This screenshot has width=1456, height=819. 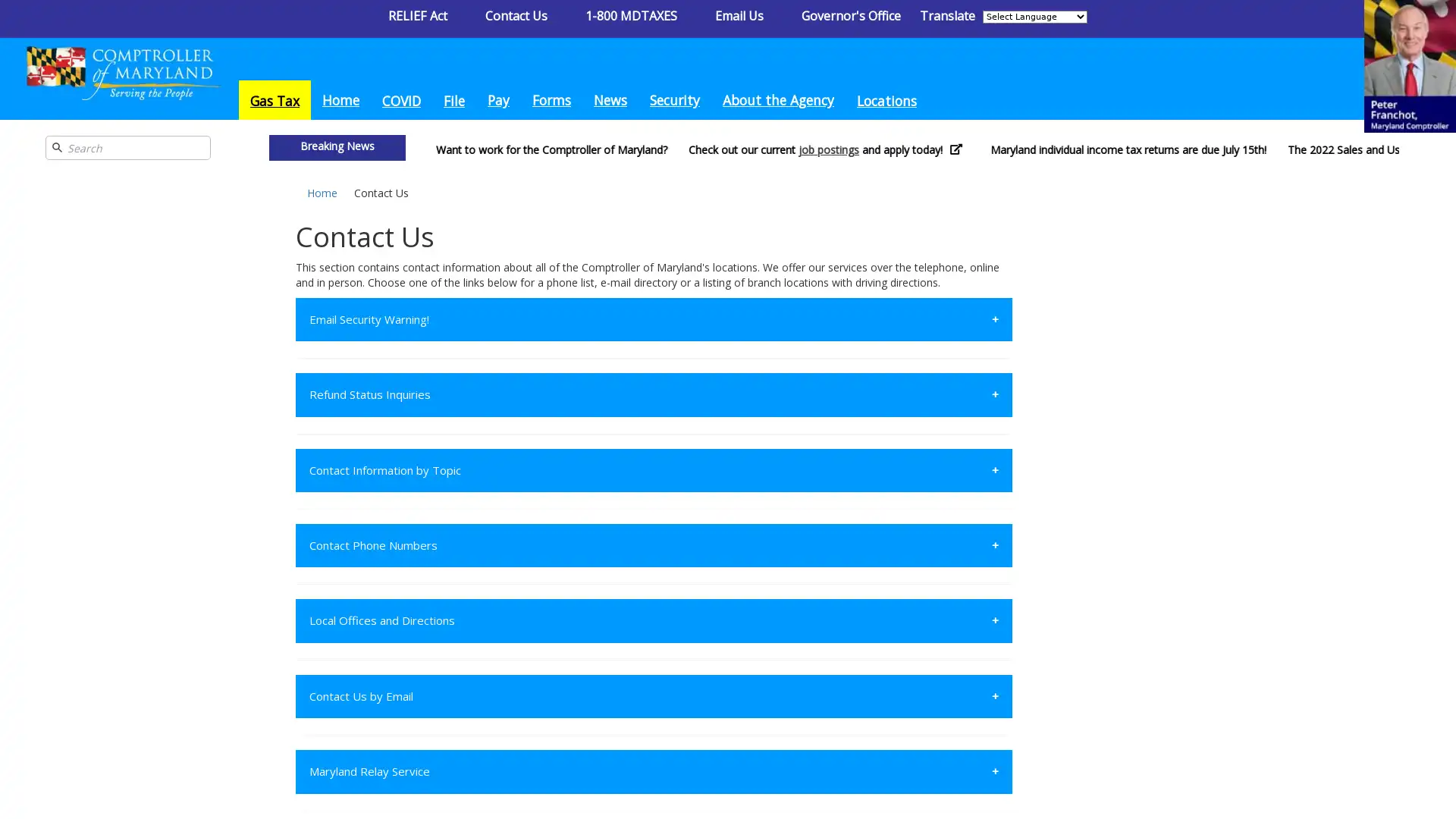 What do you see at coordinates (654, 588) in the screenshot?
I see `Administration +` at bounding box center [654, 588].